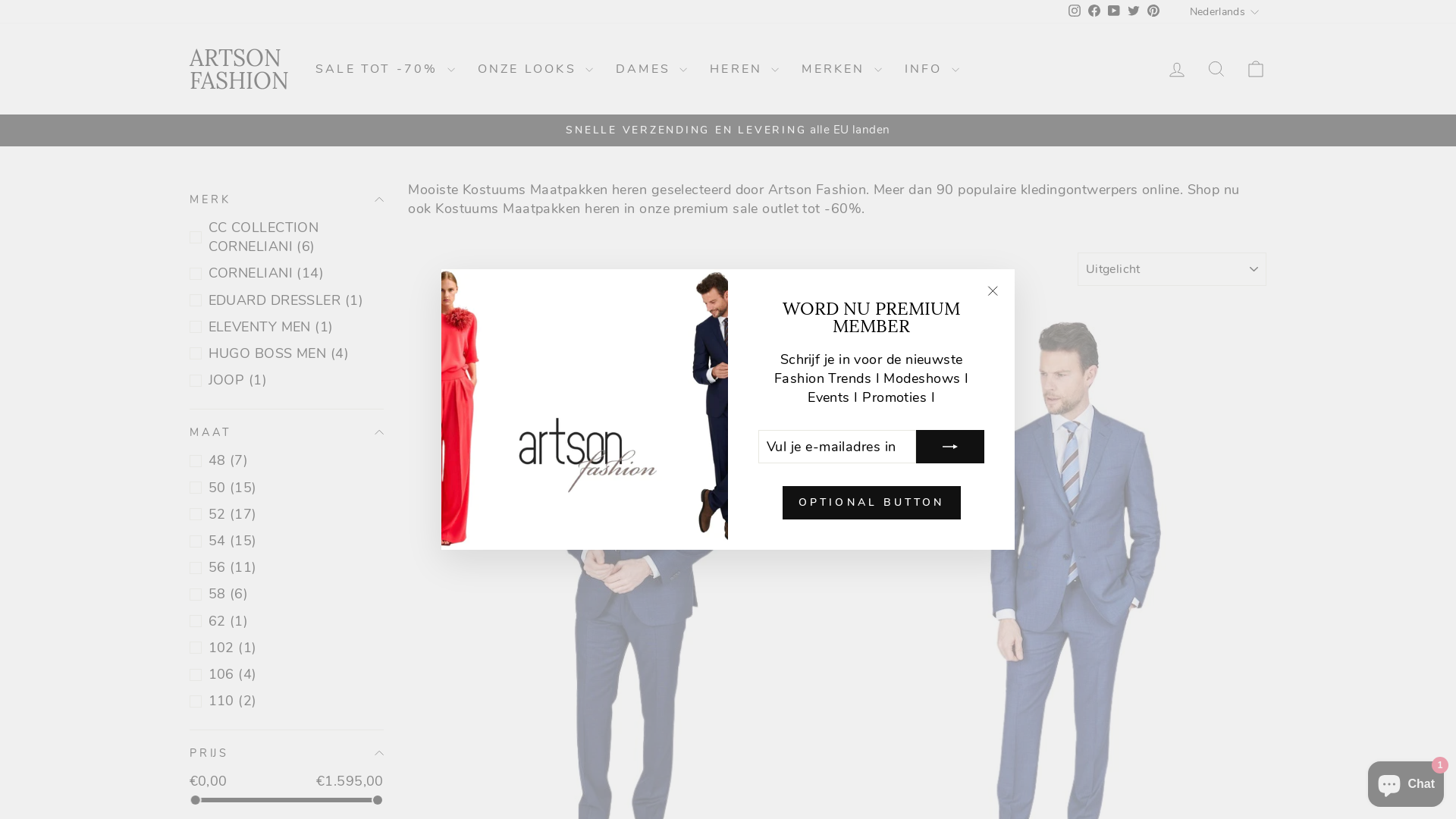 This screenshot has height=819, width=1456. Describe the element at coordinates (1404, 780) in the screenshot. I see `'Onlinewinkel-chat van Shopify'` at that location.